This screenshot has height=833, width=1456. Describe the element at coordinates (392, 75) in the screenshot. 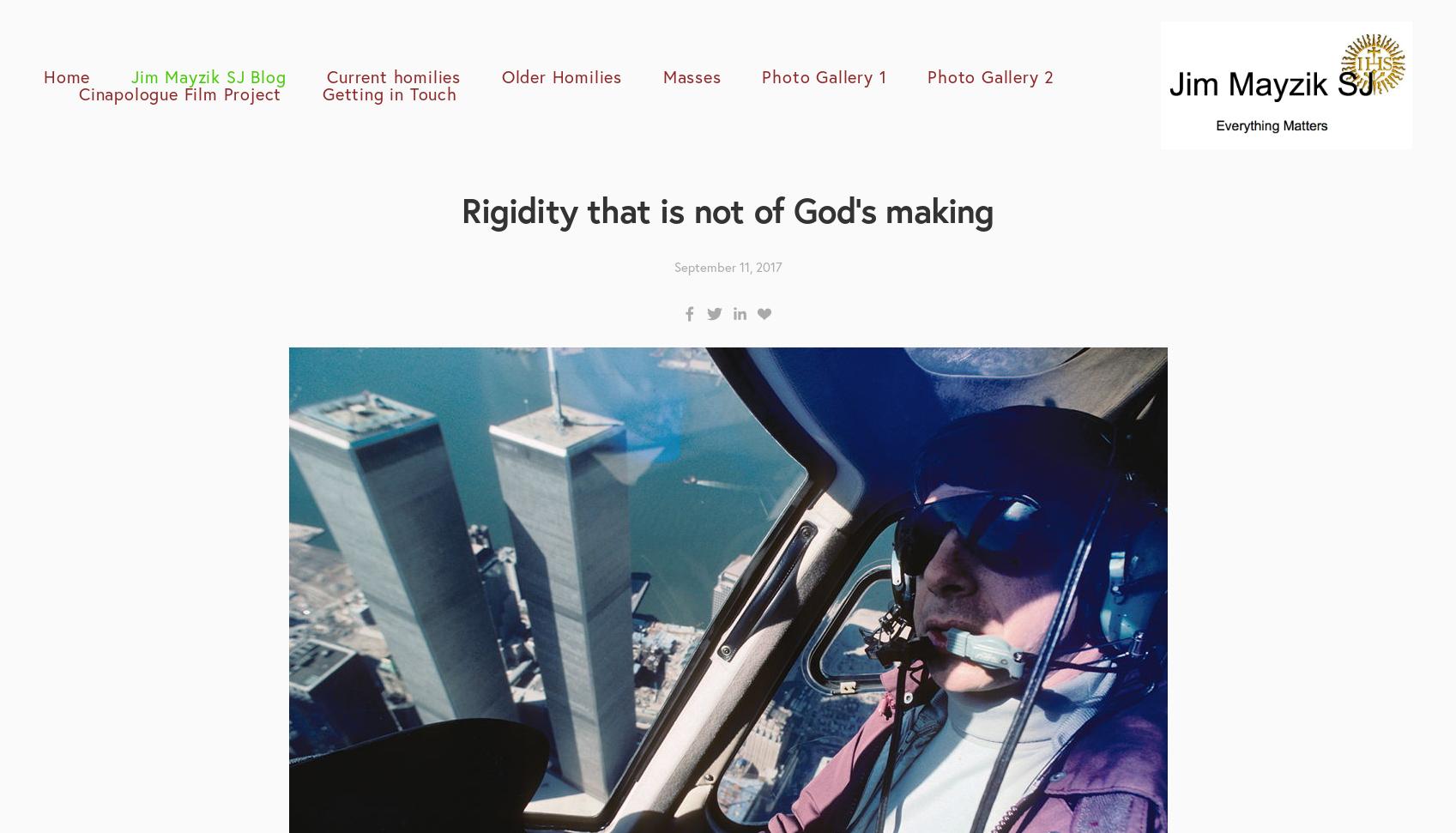

I see `'Current homilies'` at that location.